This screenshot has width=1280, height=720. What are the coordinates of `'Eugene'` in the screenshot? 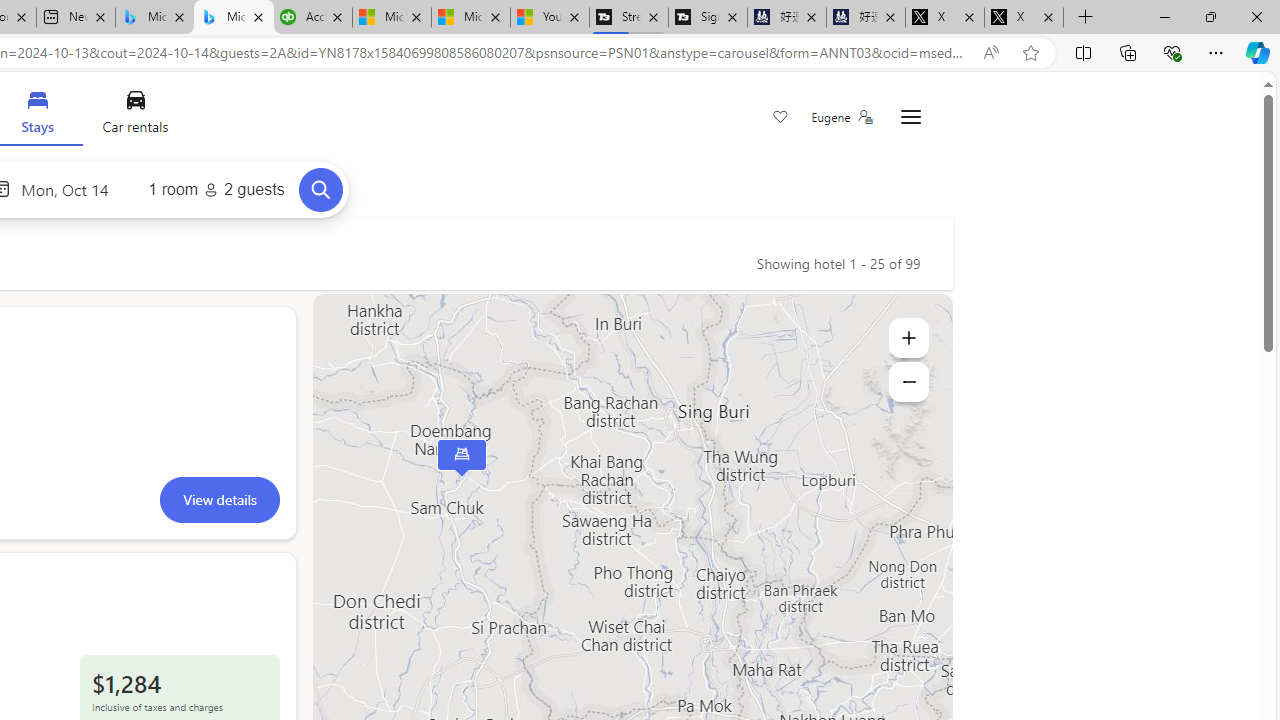 It's located at (841, 117).